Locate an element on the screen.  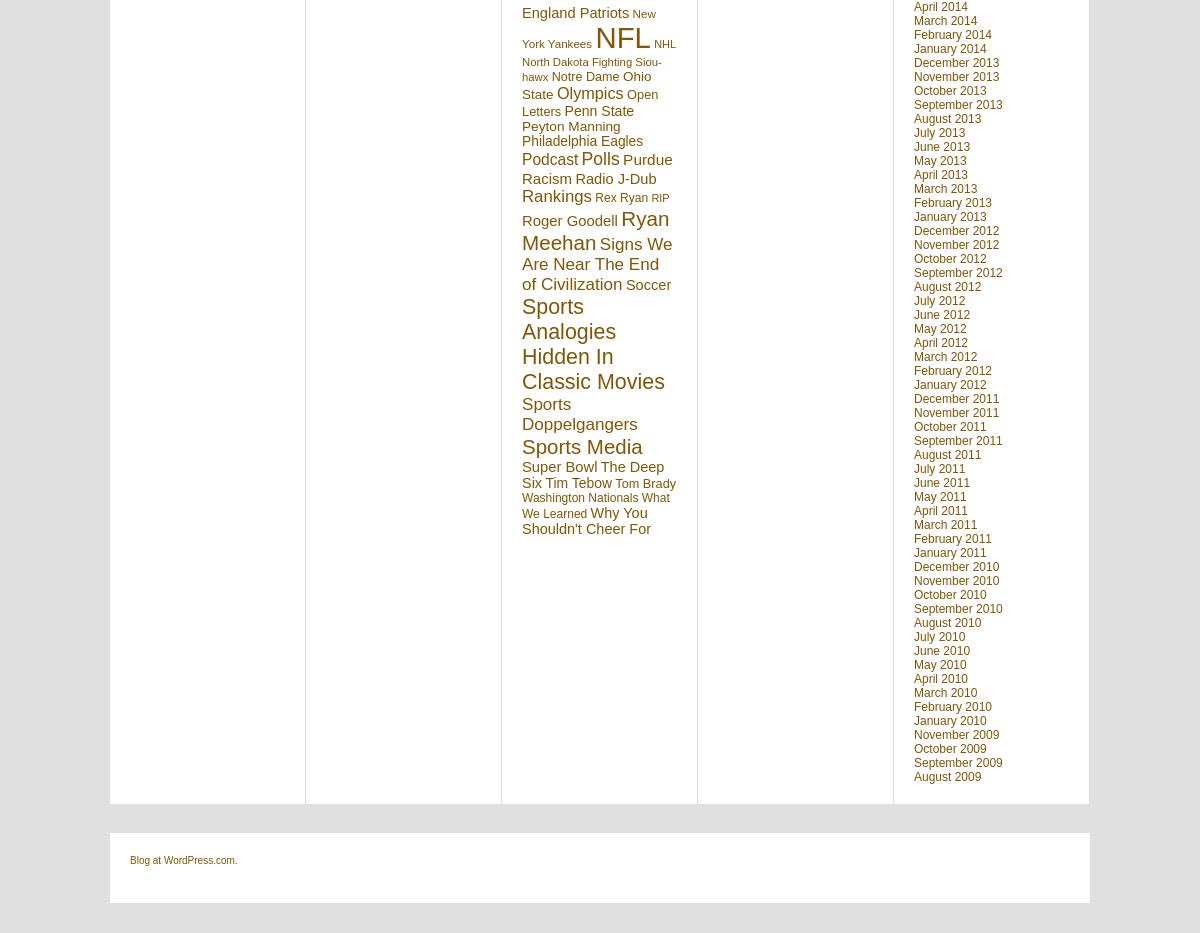
'June 2010' is located at coordinates (942, 649).